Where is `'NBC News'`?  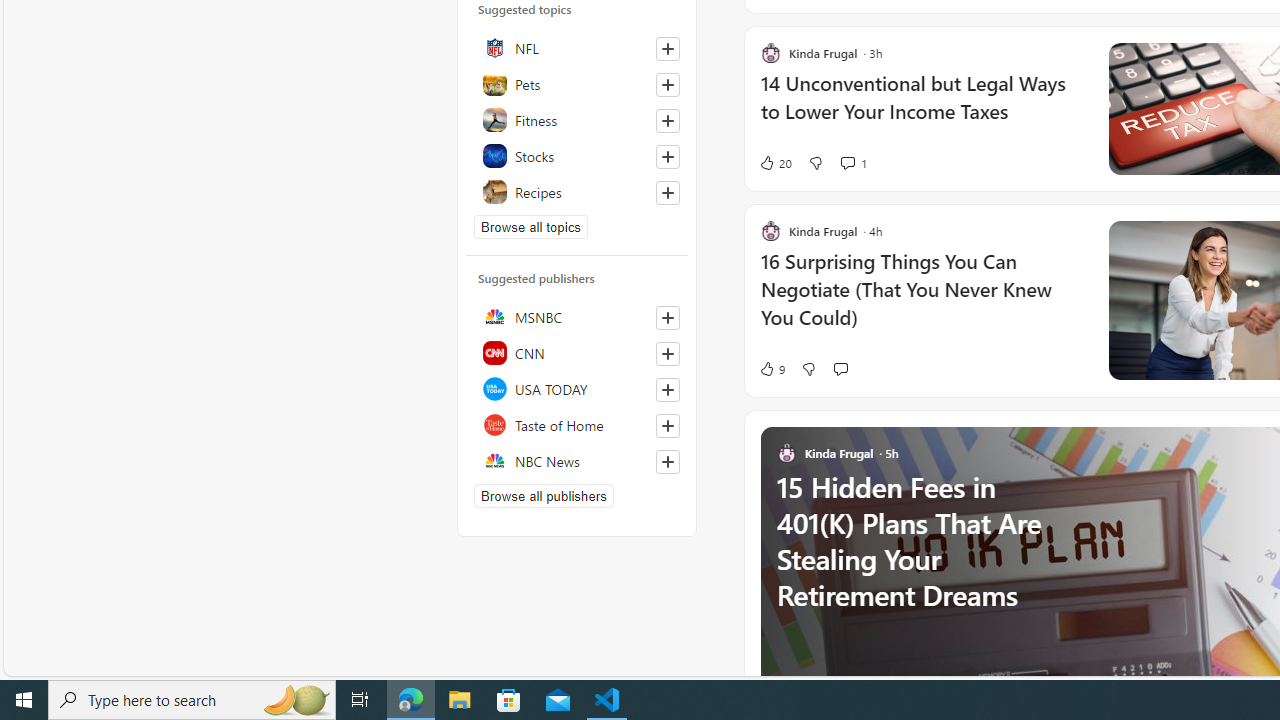
'NBC News' is located at coordinates (576, 461).